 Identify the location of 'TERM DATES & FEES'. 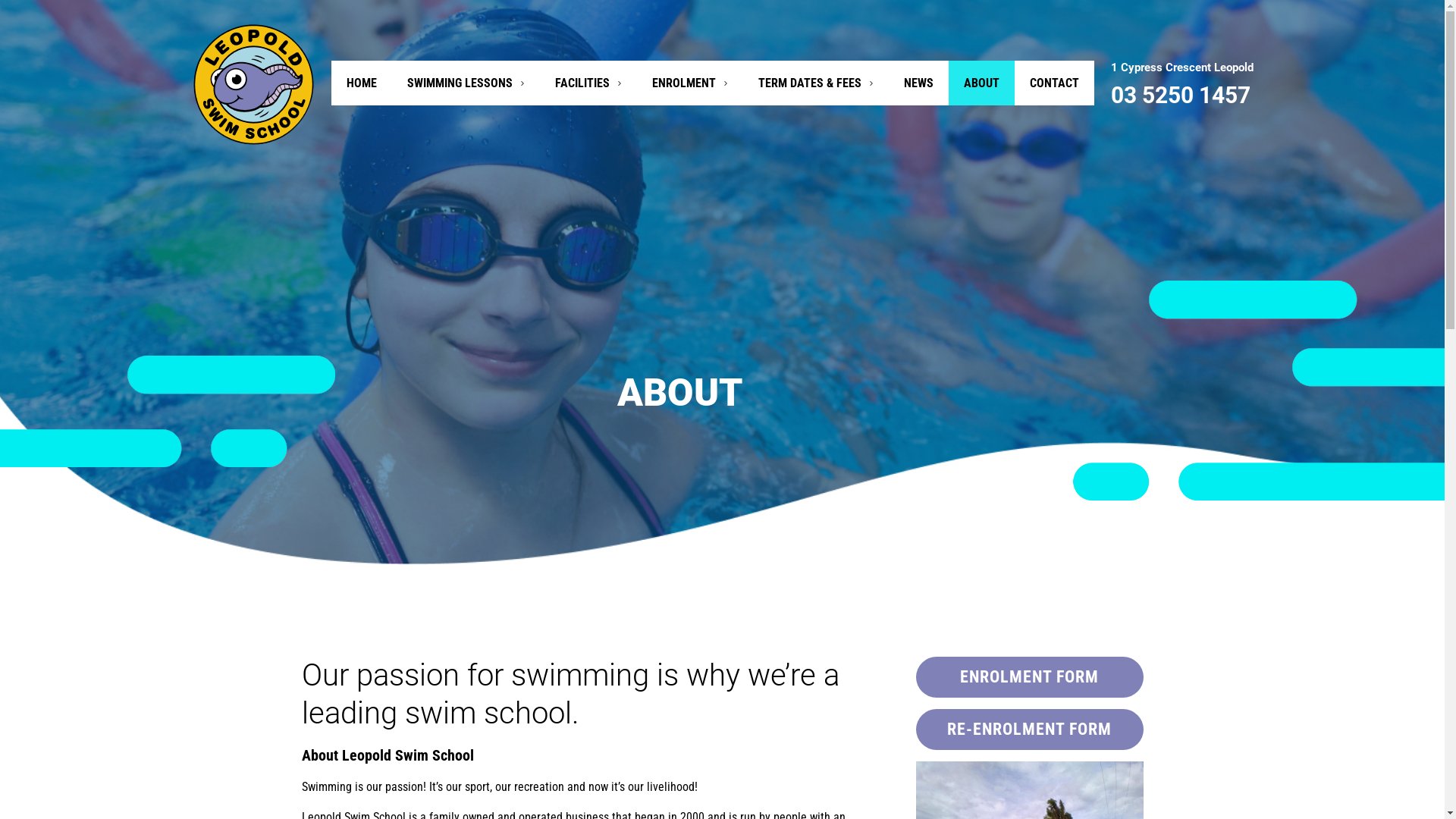
(814, 83).